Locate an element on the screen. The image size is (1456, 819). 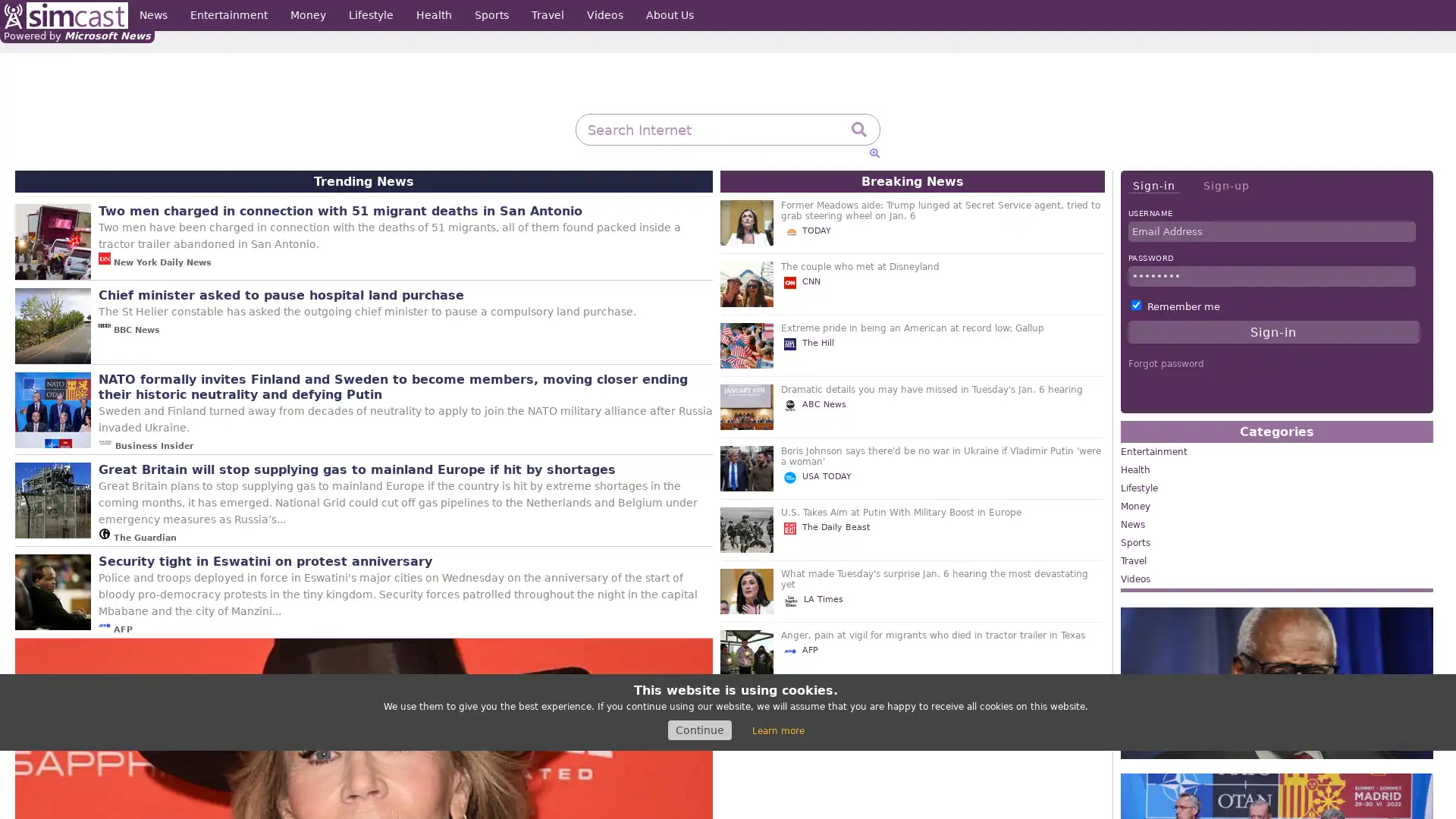
Sign-in is located at coordinates (1153, 185).